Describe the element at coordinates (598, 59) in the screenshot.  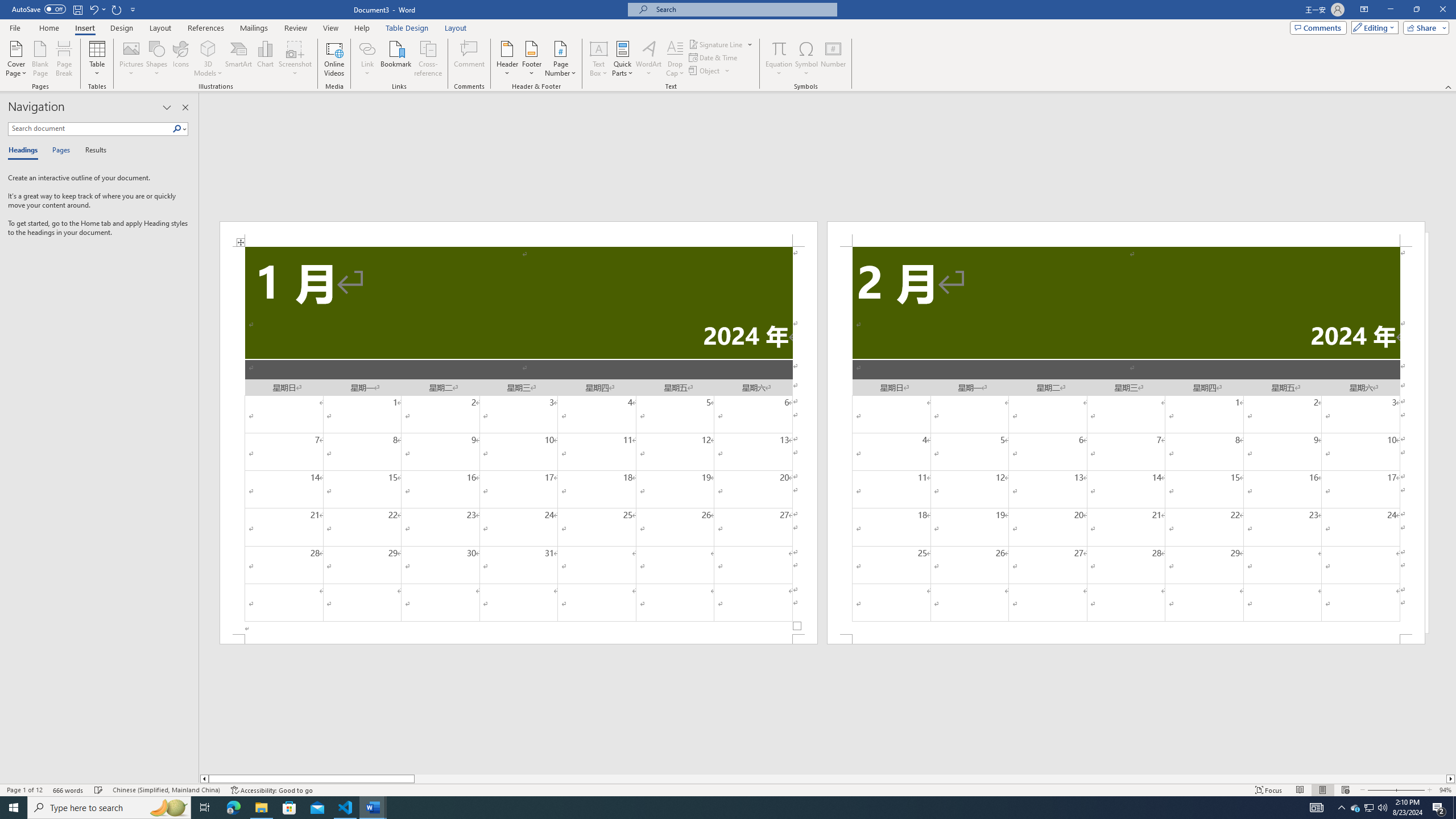
I see `'Text Box'` at that location.